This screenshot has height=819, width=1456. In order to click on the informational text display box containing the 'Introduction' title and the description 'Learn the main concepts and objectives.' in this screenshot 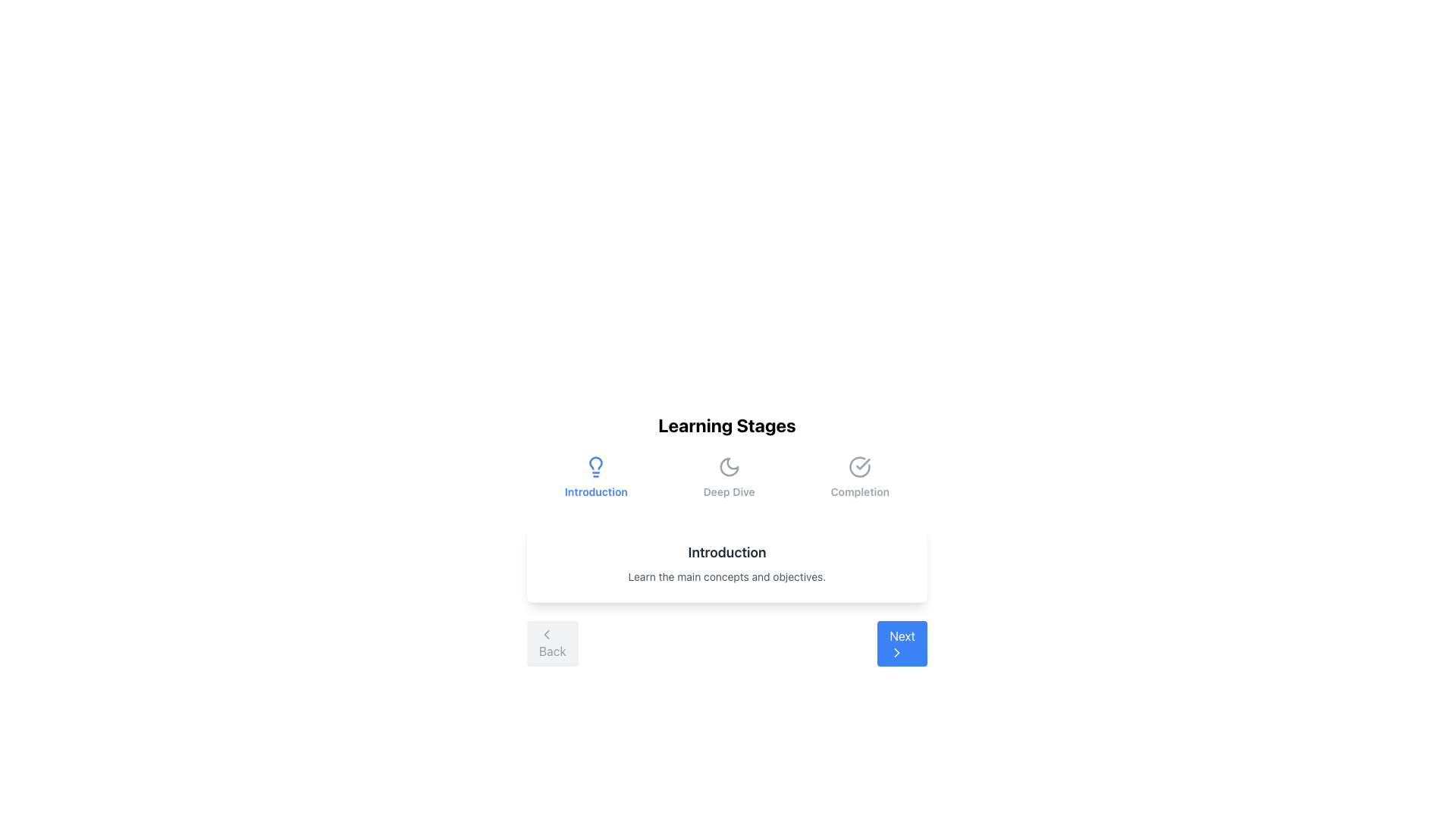, I will do `click(726, 563)`.